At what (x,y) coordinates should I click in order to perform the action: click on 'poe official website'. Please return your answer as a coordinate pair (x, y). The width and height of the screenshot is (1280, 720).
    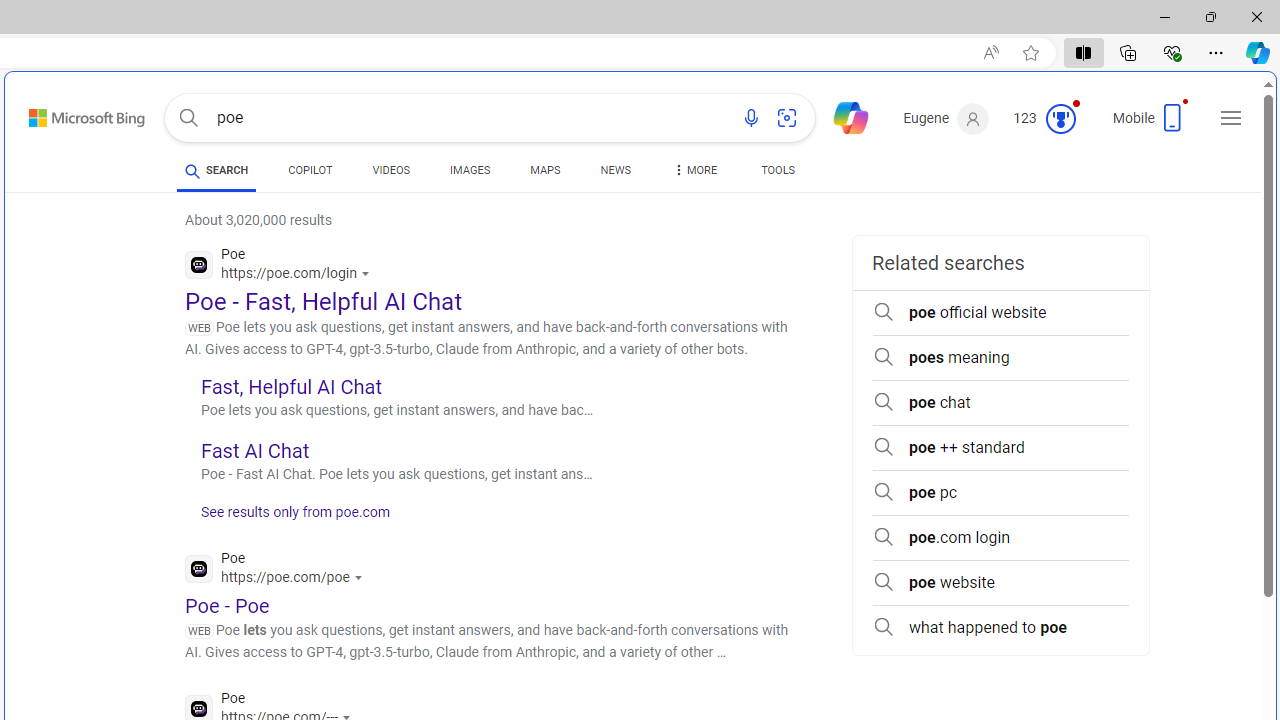
    Looking at the image, I should click on (1000, 312).